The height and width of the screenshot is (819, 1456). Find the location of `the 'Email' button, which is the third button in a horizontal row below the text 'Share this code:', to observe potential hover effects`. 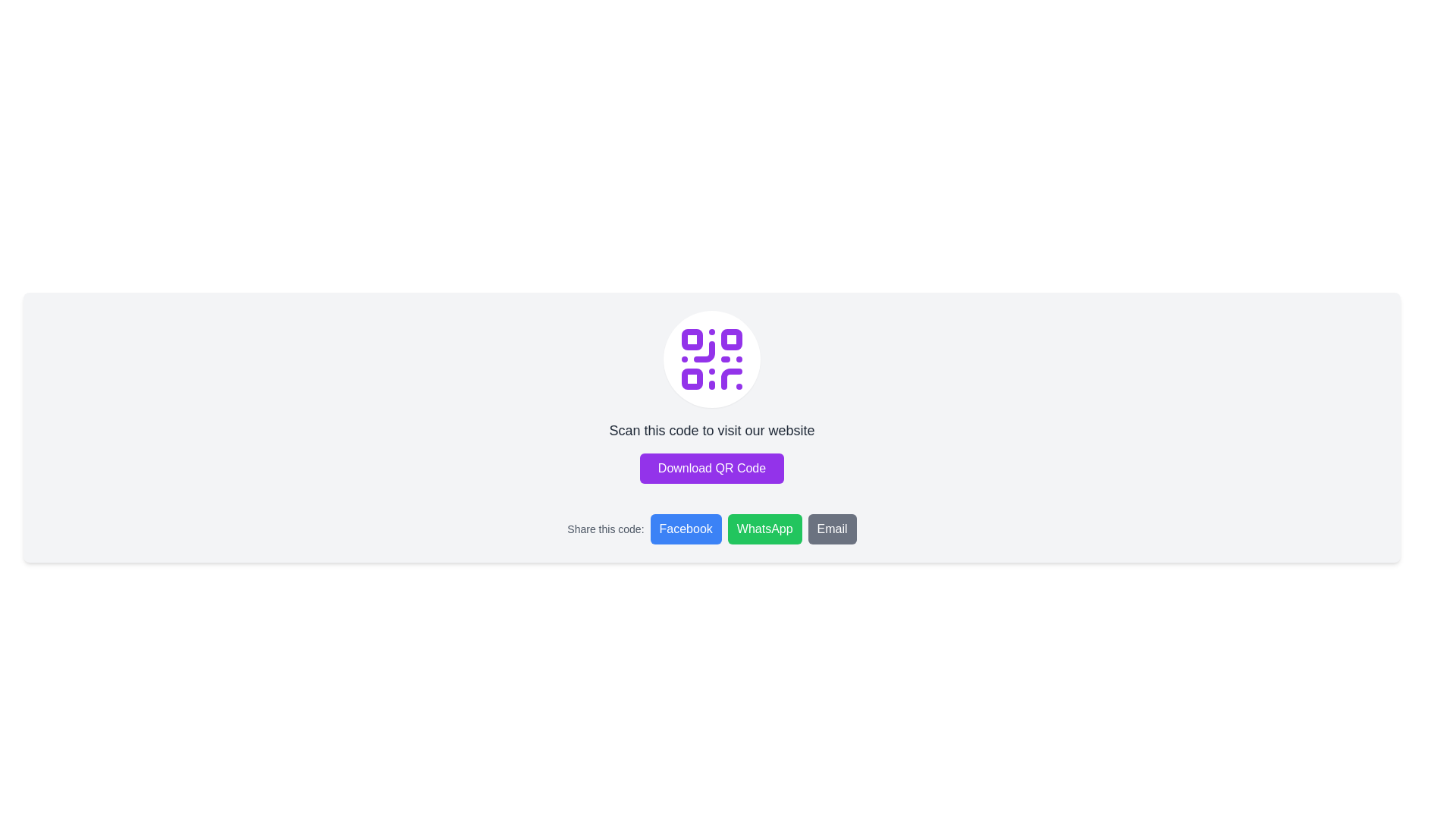

the 'Email' button, which is the third button in a horizontal row below the text 'Share this code:', to observe potential hover effects is located at coordinates (831, 529).